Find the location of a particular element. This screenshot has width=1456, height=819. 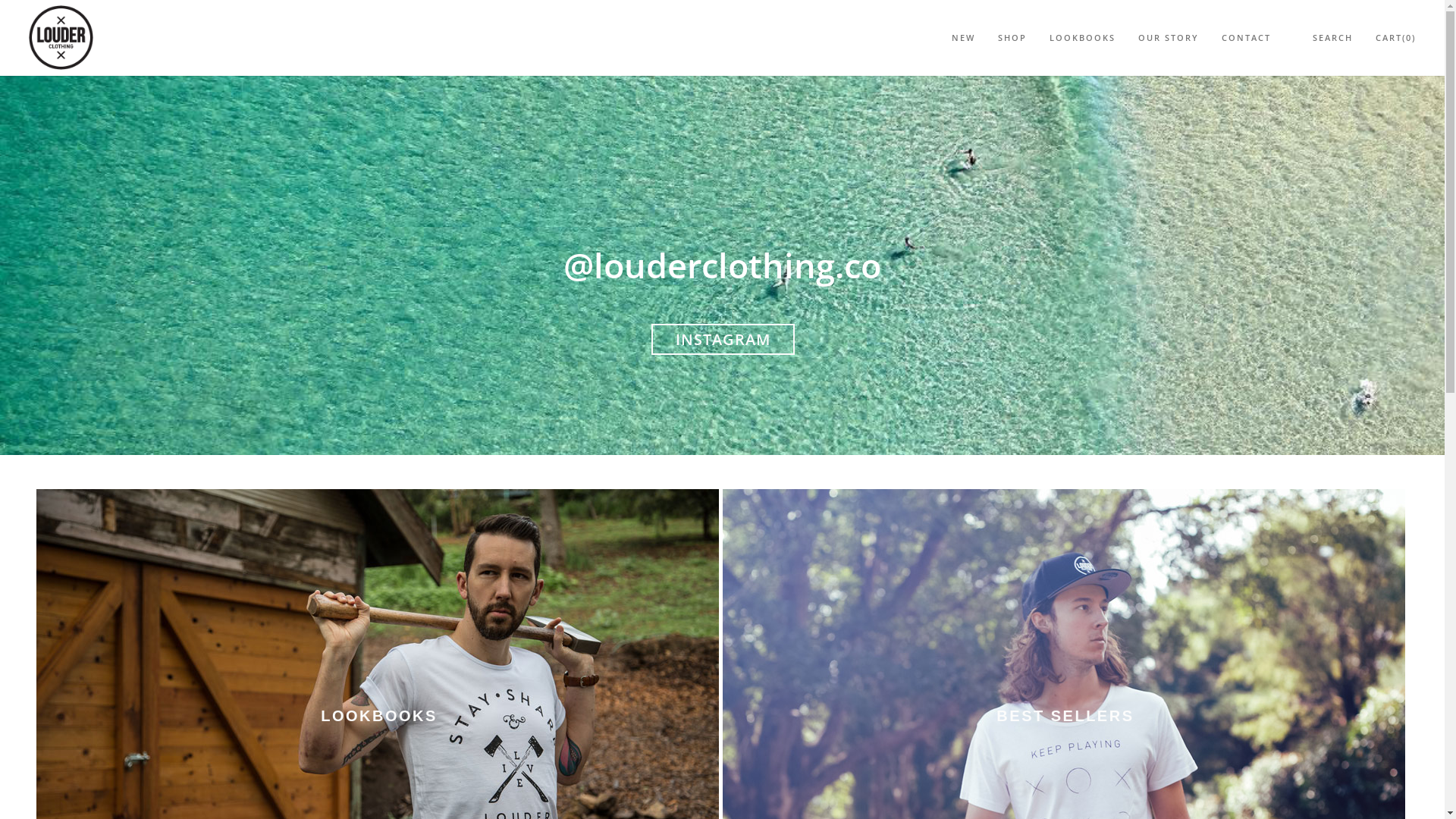

'NEW' is located at coordinates (962, 37).